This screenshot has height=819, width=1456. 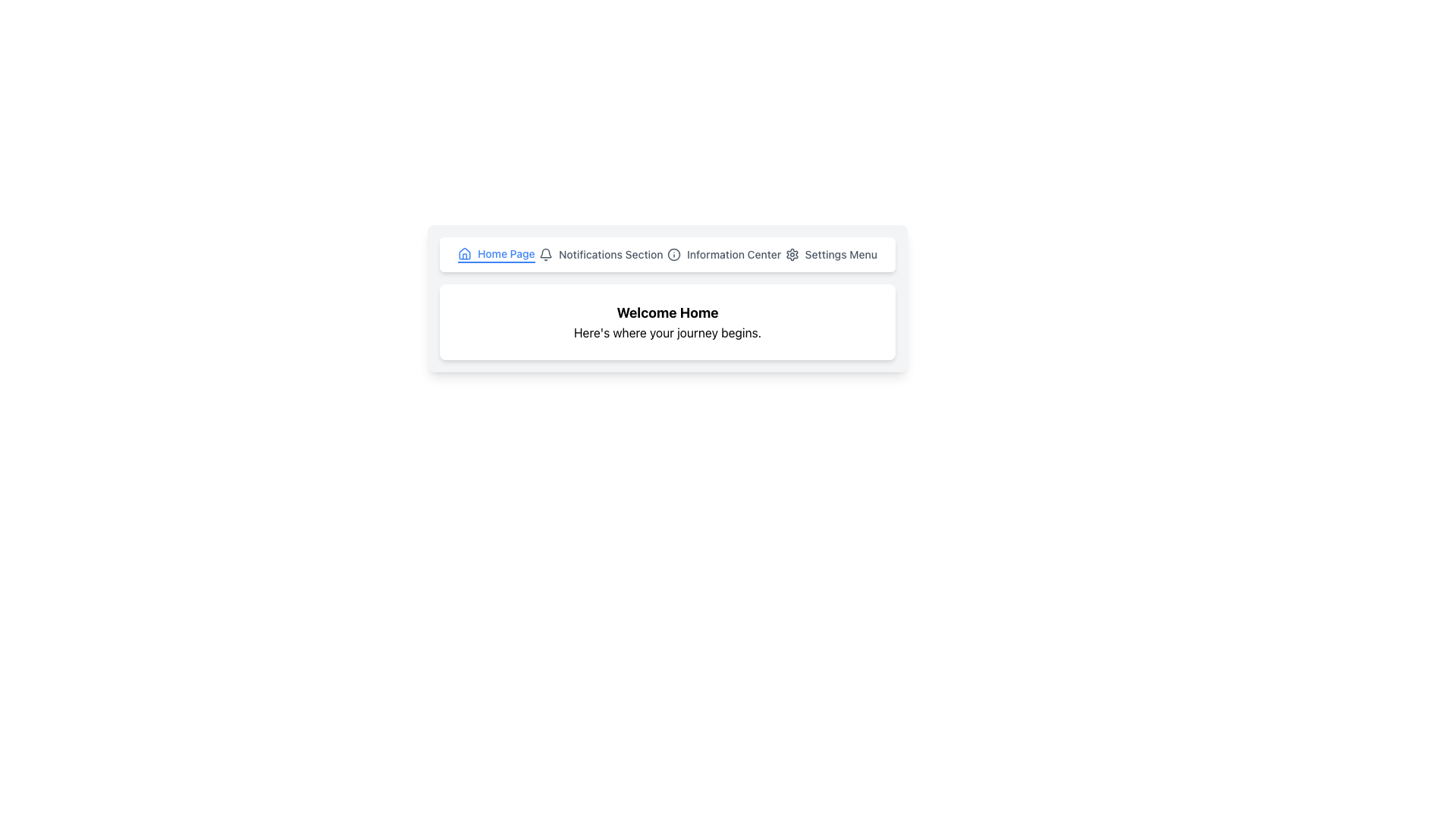 I want to click on the 'Home Page' navigation link, which is the first item in the horizontal navigation bar, featuring a home icon and bold blue text, so click(x=496, y=253).